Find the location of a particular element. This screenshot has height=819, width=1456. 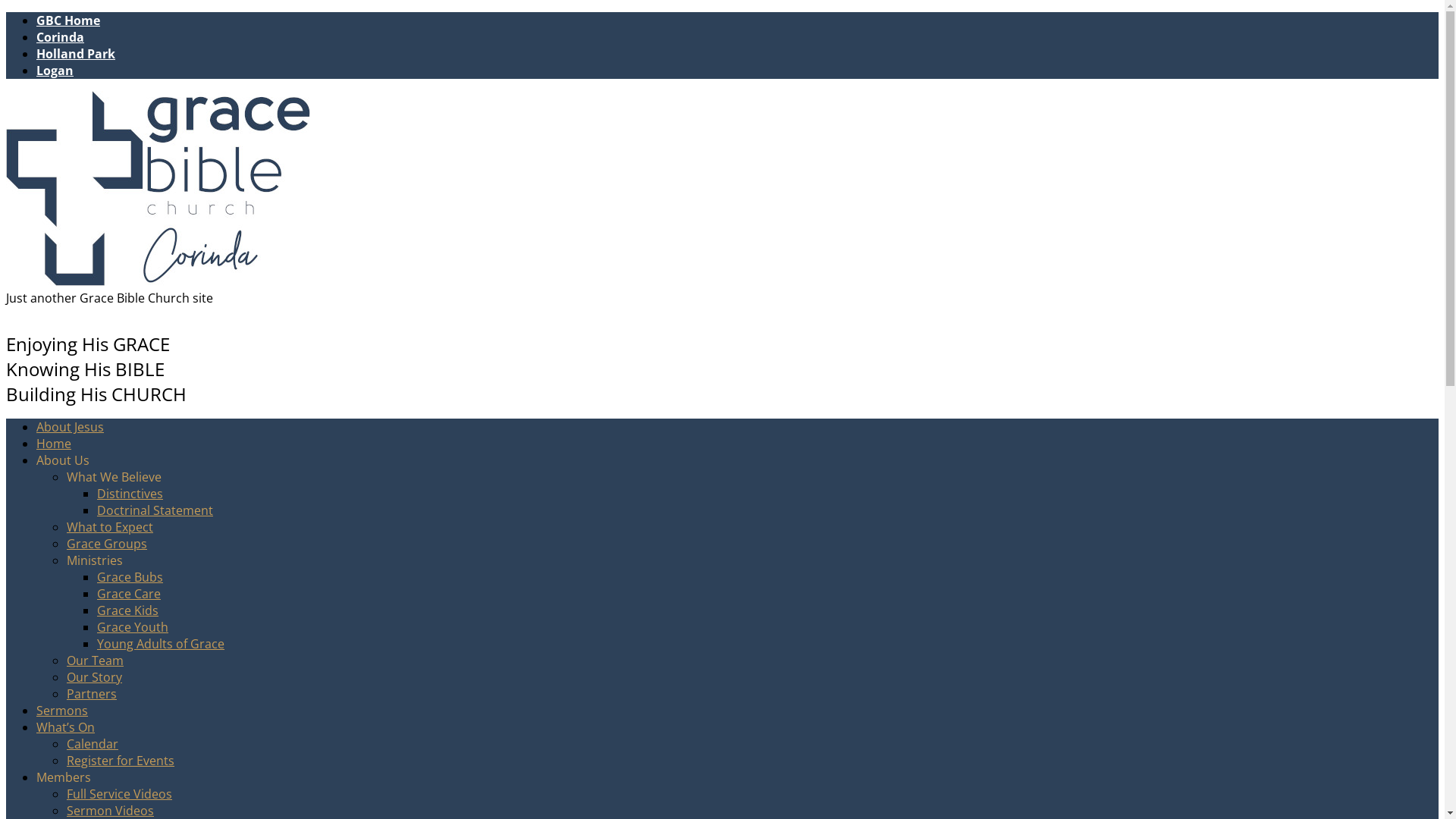

'Sermons' is located at coordinates (61, 711).